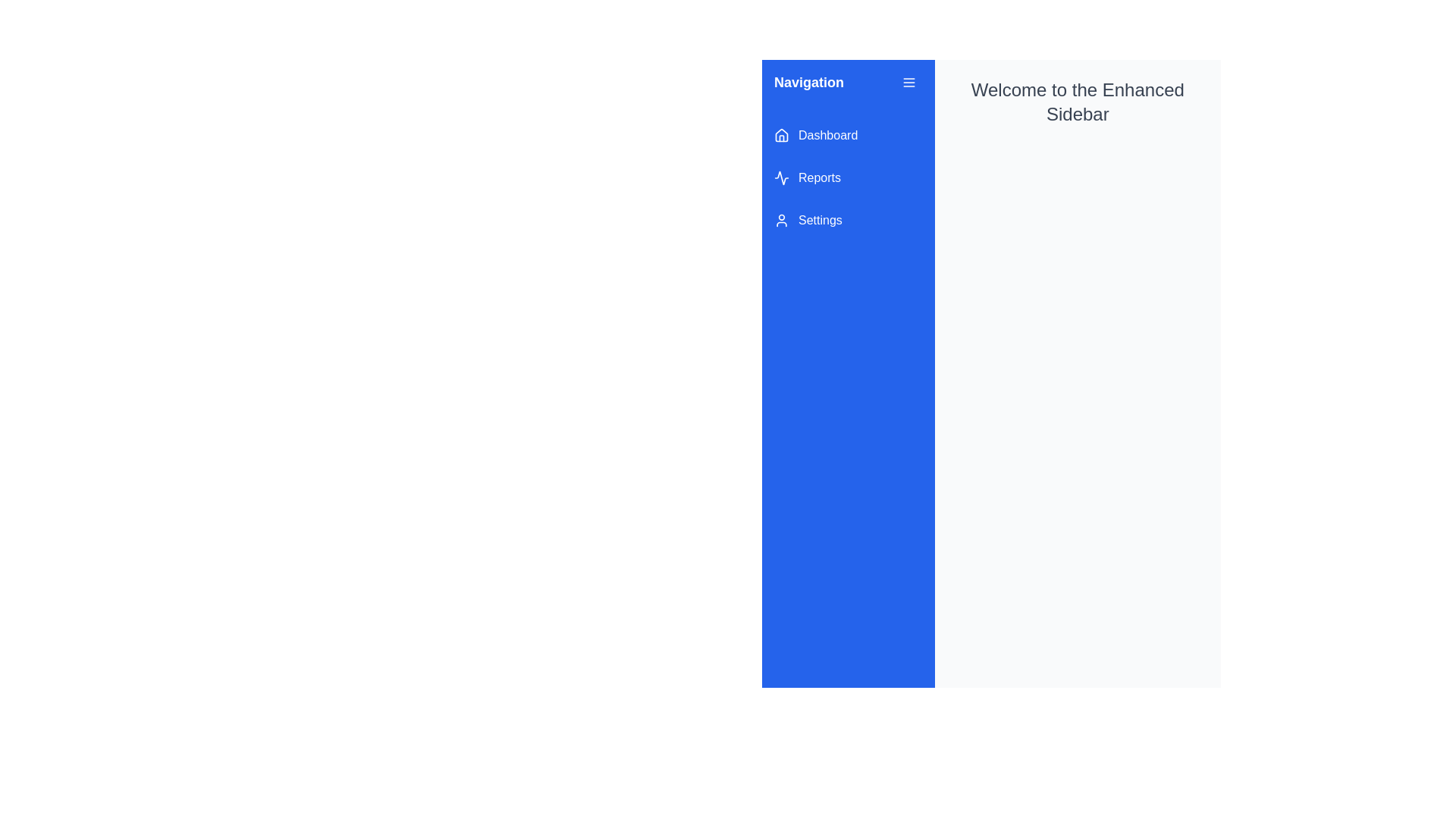  I want to click on the activity icon representing the 'Reports' menu item, which is located to the left of the label 'Reports' in the blue sidebar menu, so click(782, 177).